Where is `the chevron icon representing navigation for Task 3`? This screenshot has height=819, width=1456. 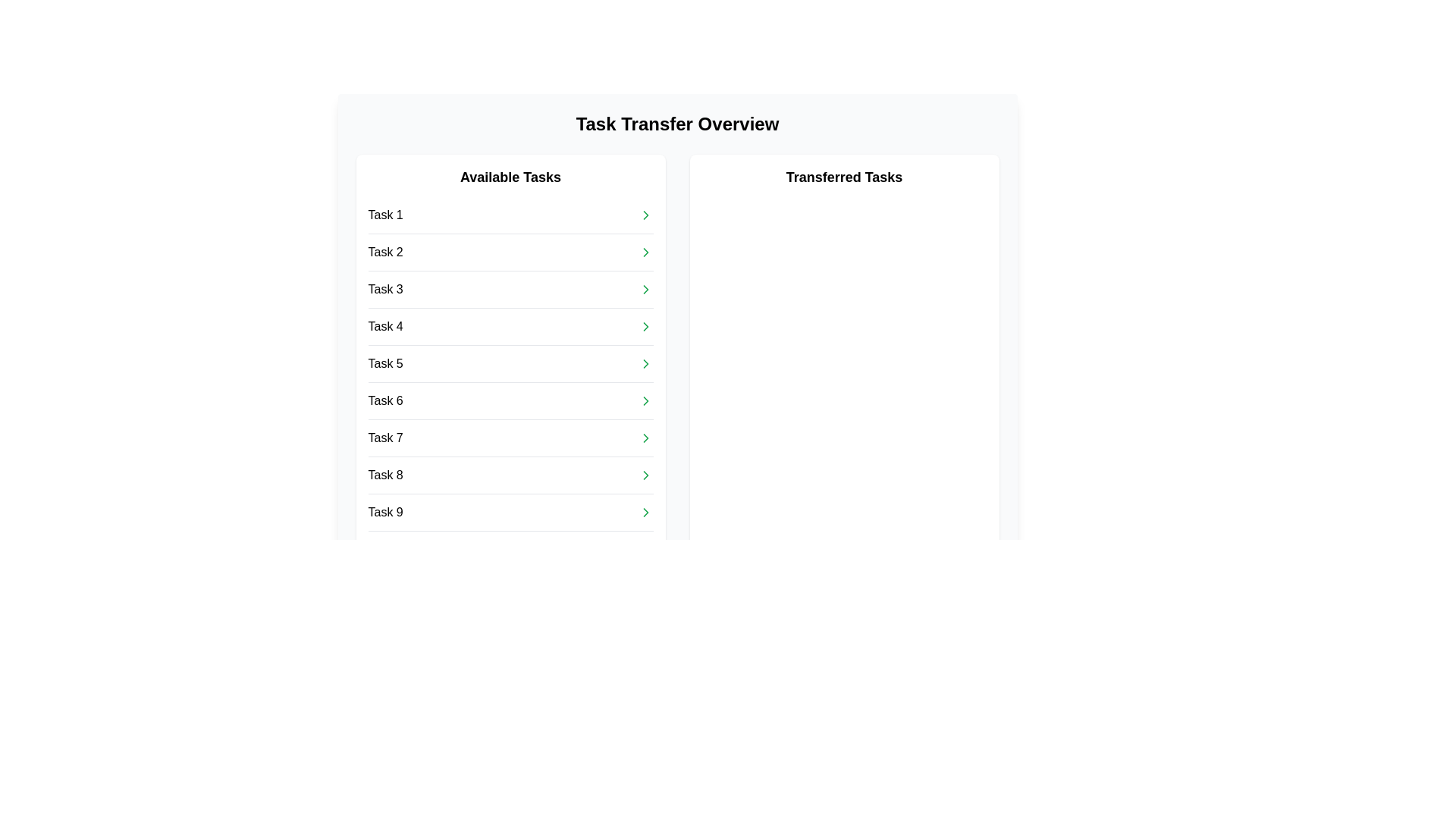
the chevron icon representing navigation for Task 3 is located at coordinates (645, 289).